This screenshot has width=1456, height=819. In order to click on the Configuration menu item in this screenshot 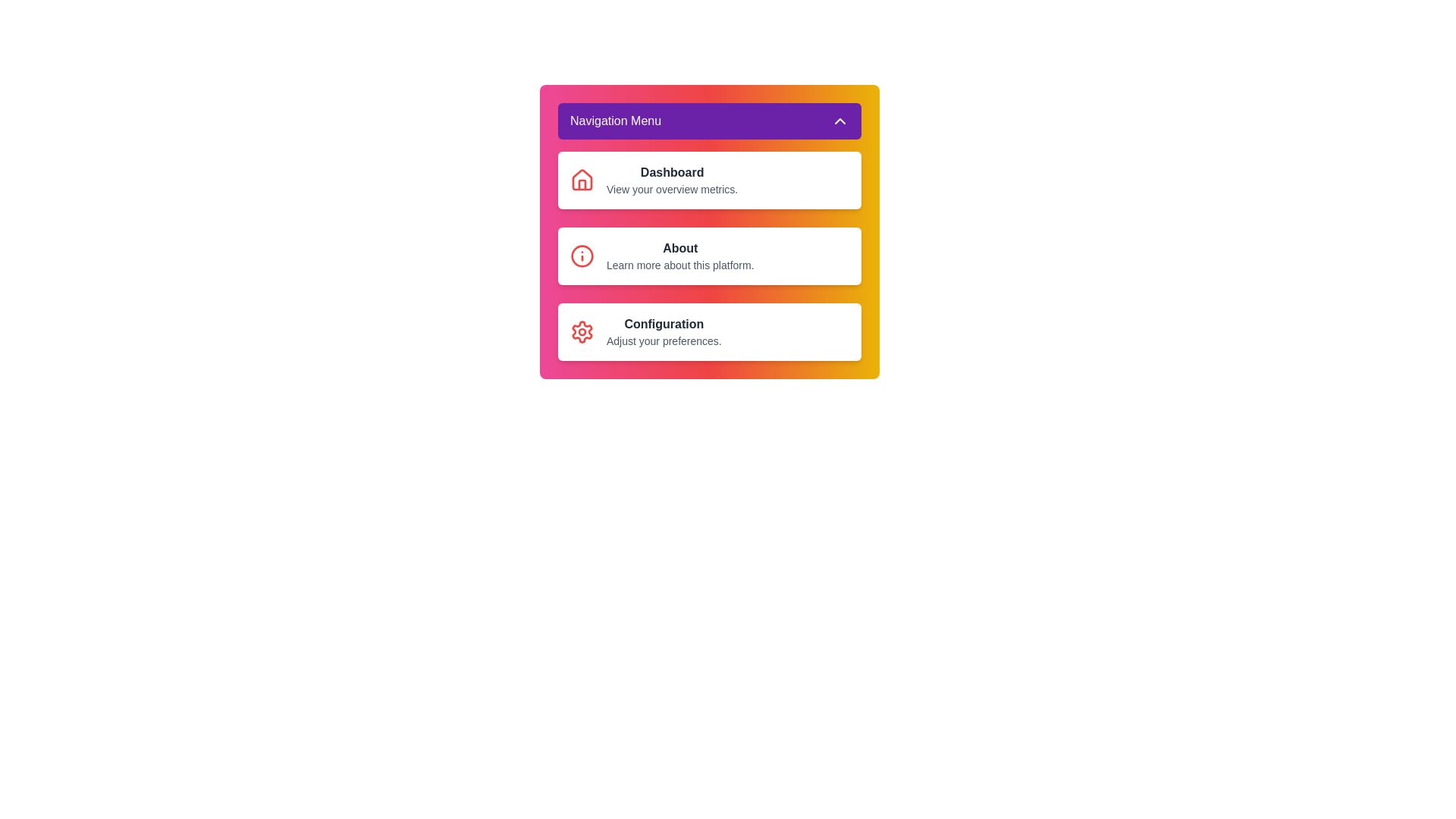, I will do `click(709, 331)`.